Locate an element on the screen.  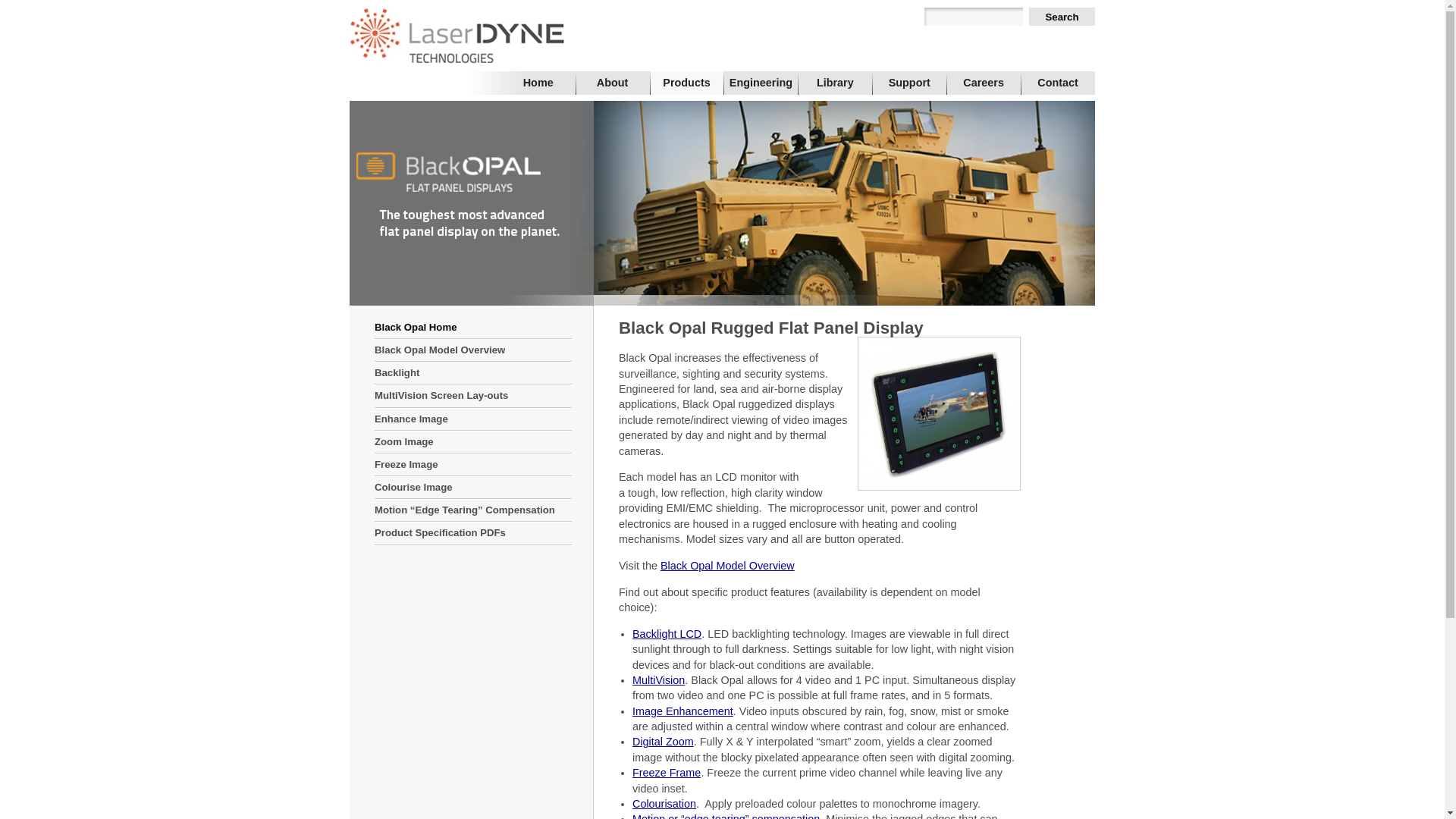
'Colourise Image' is located at coordinates (375, 488).